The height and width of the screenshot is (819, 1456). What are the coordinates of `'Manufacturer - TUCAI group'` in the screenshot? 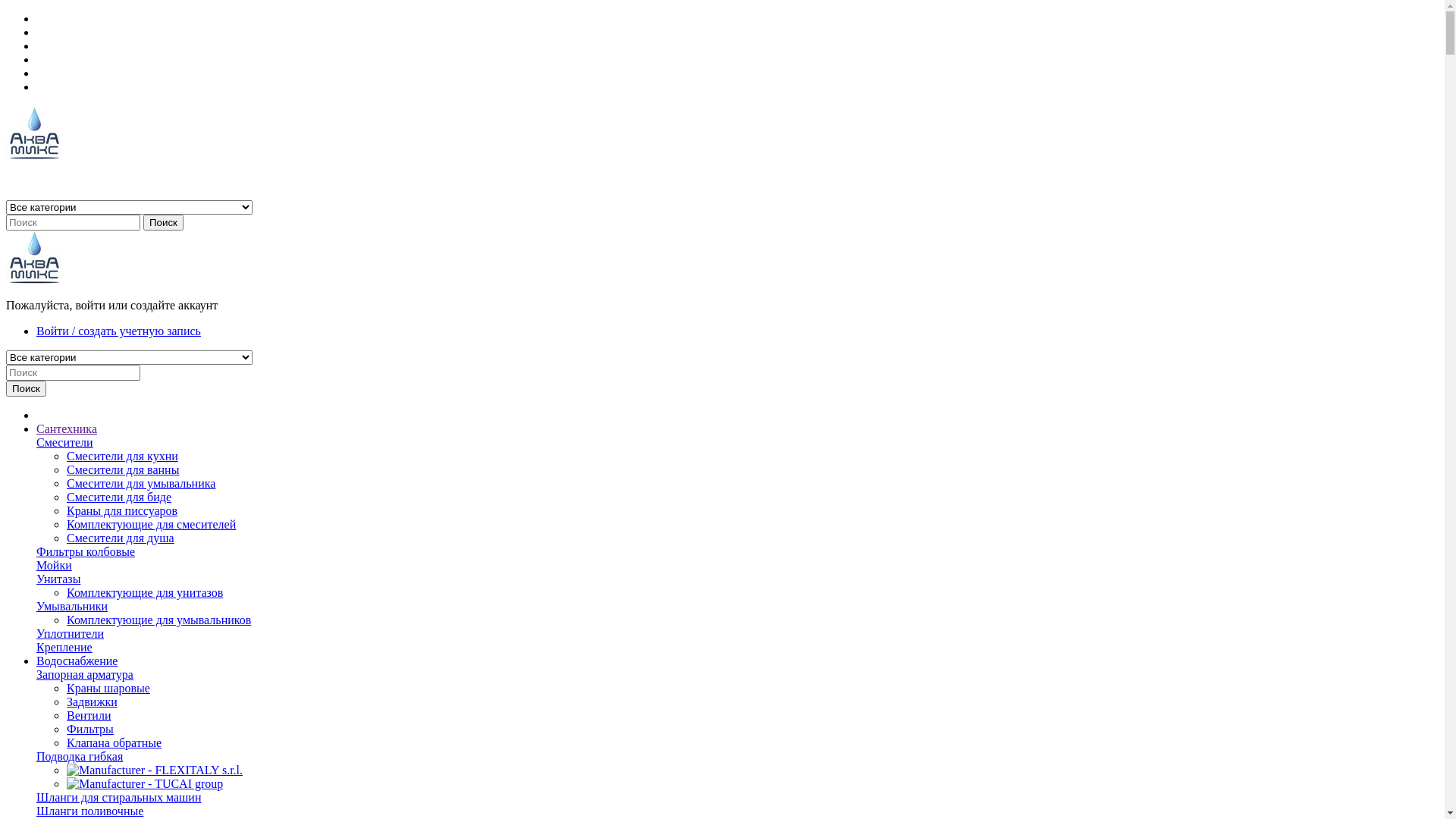 It's located at (145, 783).